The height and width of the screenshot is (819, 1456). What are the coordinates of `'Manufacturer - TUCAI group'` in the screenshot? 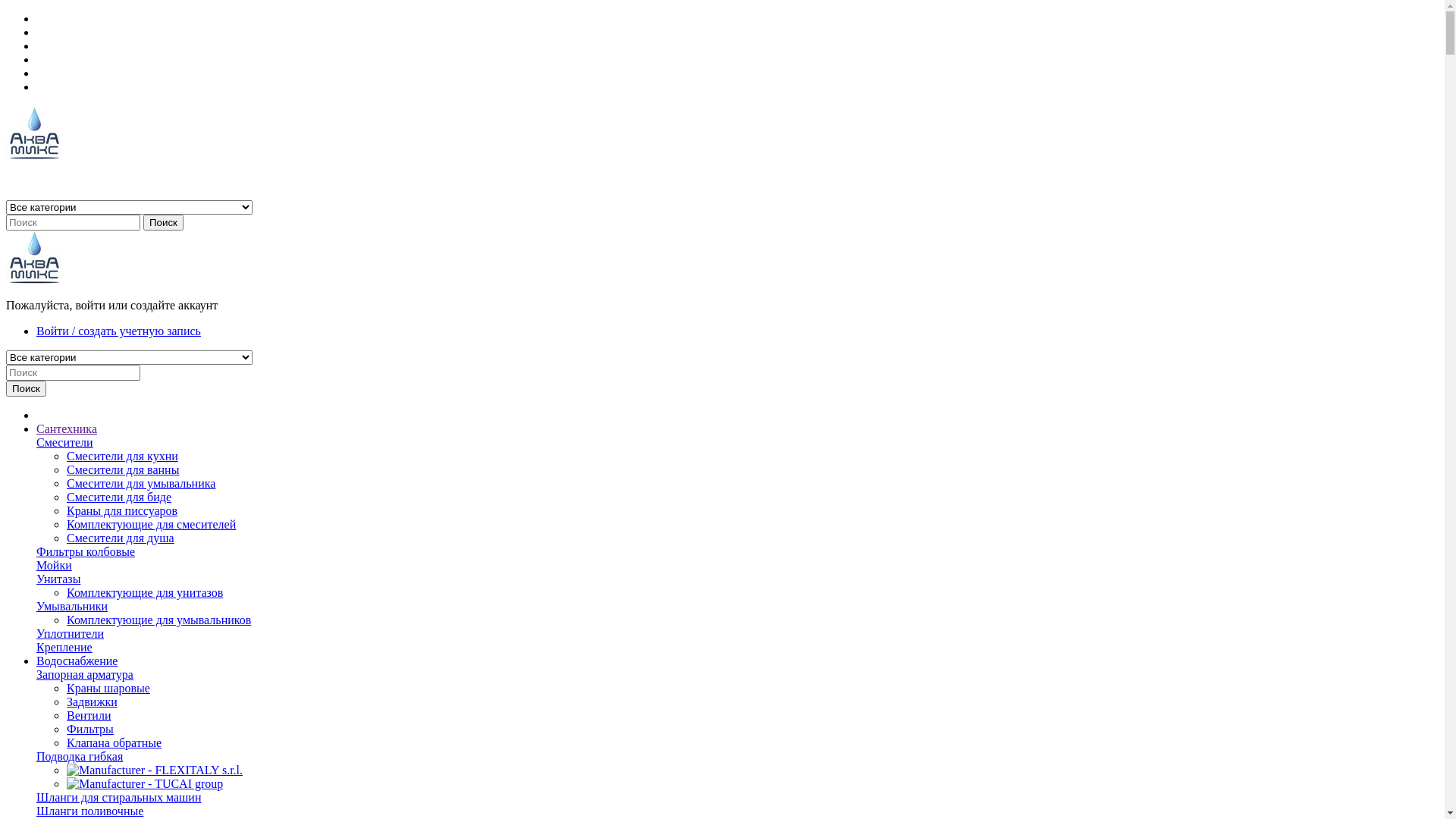 It's located at (145, 783).